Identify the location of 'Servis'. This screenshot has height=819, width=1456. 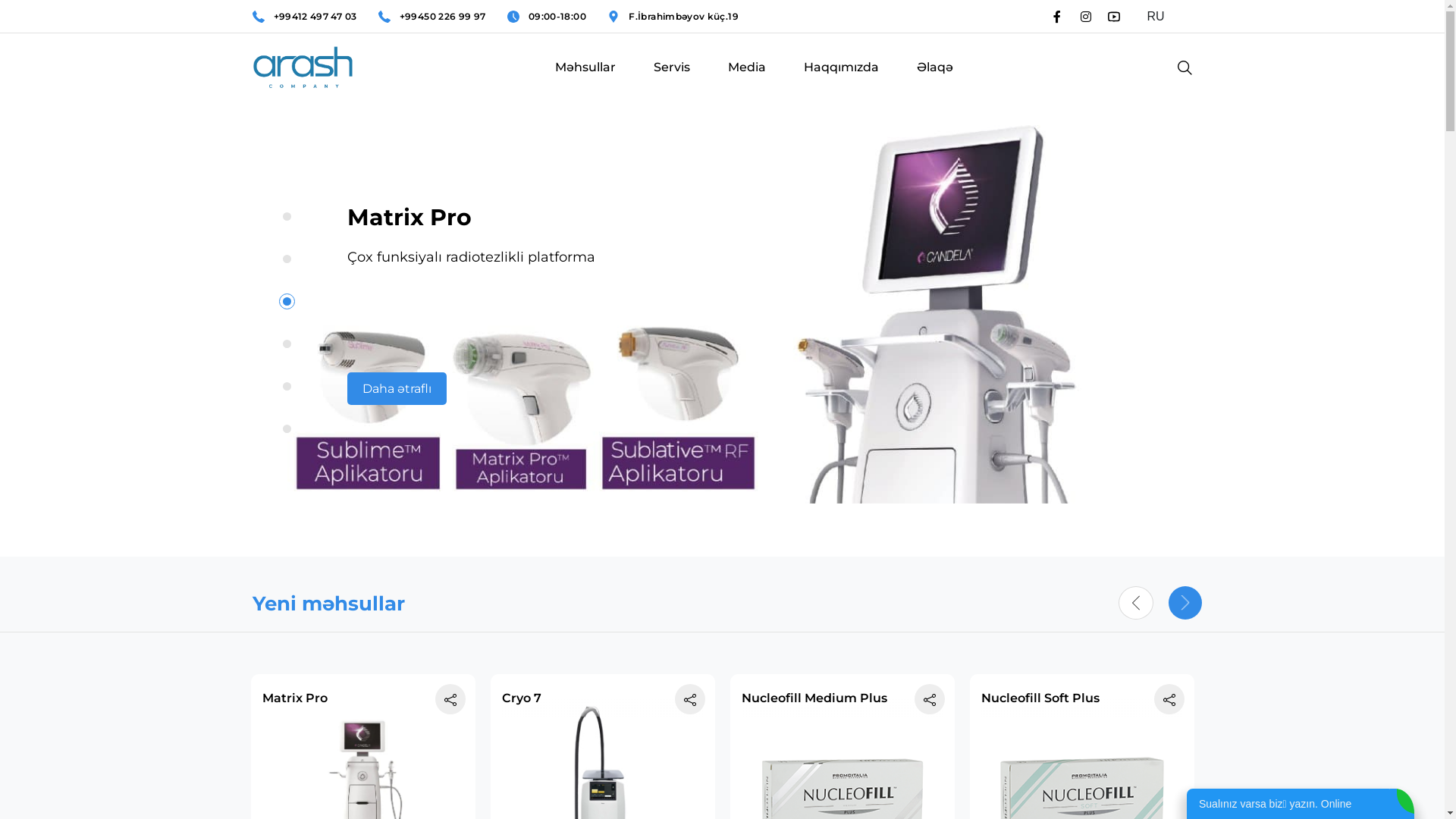
(671, 82).